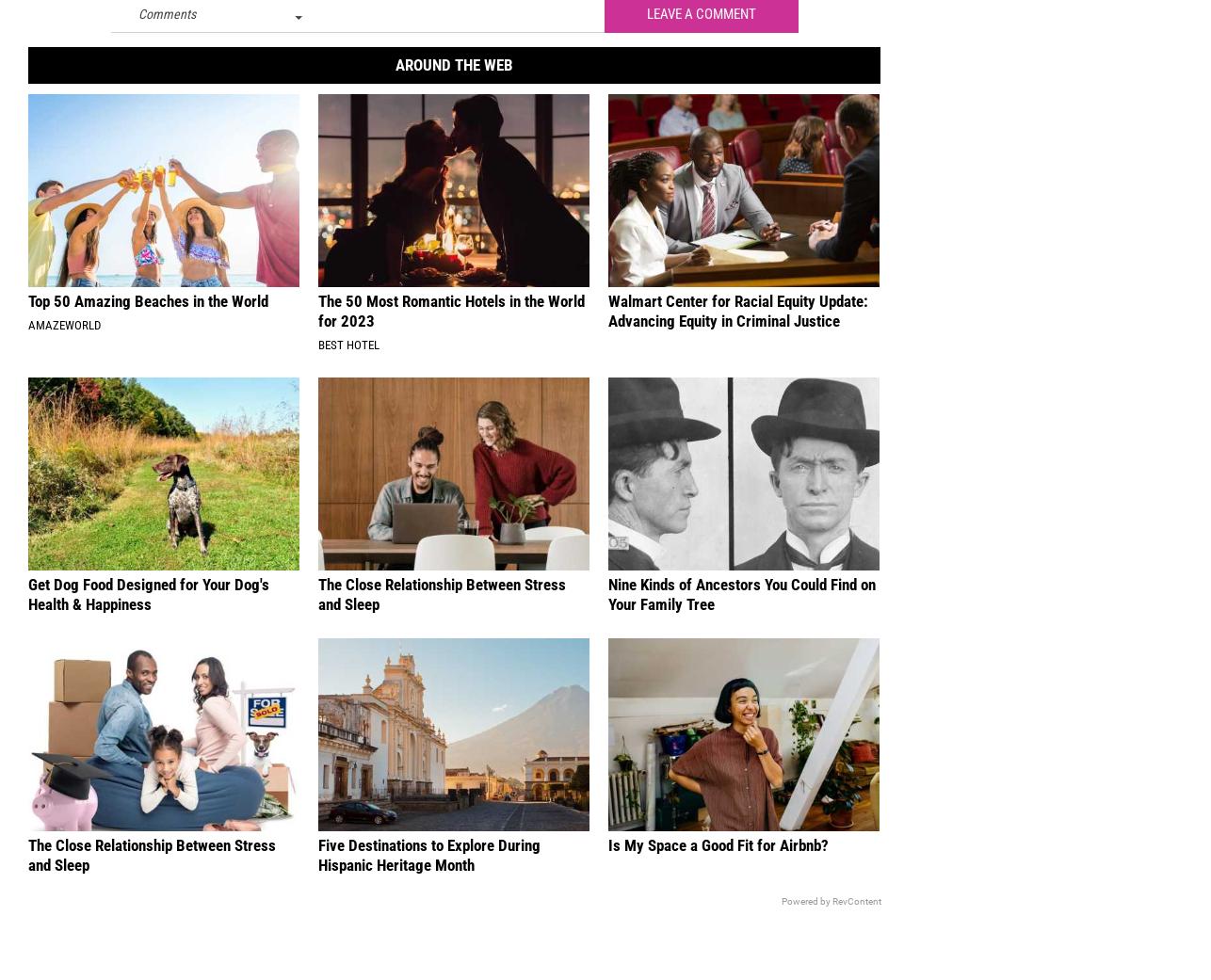 The image size is (1211, 980). Describe the element at coordinates (428, 867) in the screenshot. I see `'Five Destinations to Explore During Hispanic Heritage Month'` at that location.